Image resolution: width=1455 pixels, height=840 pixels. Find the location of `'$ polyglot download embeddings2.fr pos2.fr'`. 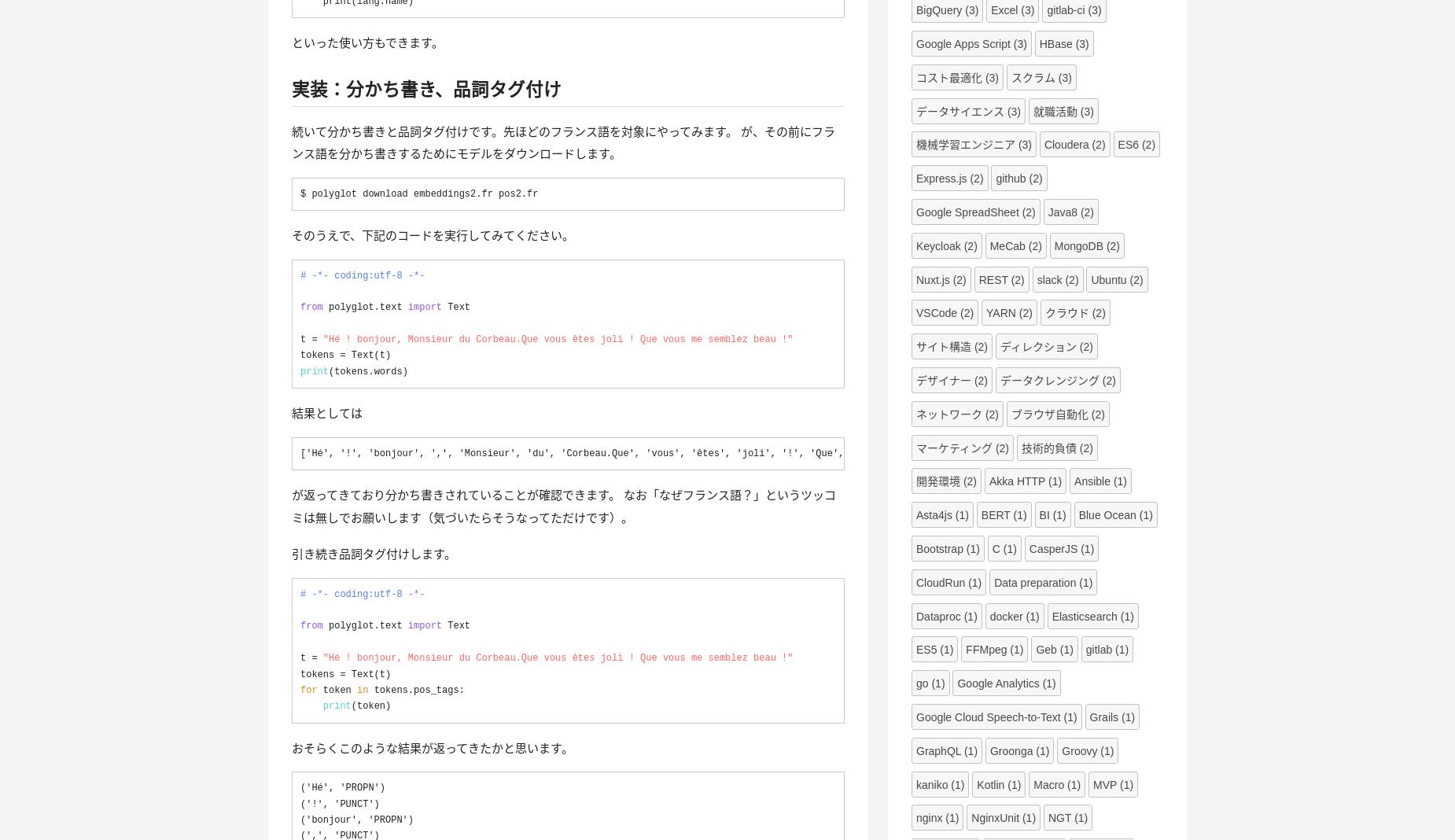

'$ polyglot download embeddings2.fr pos2.fr' is located at coordinates (300, 193).